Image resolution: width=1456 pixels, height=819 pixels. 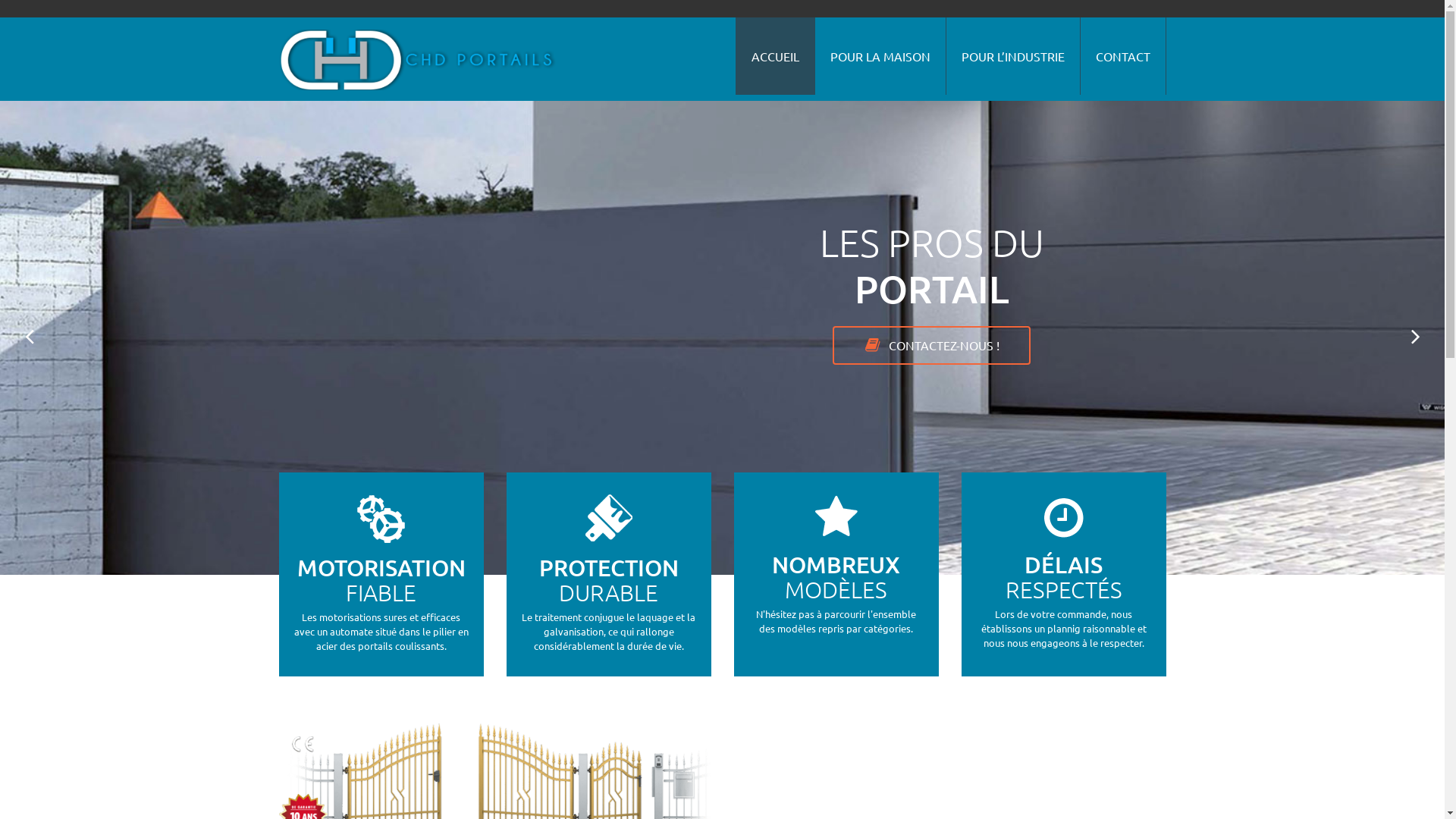 I want to click on 'CONTACT', so click(x=1122, y=55).